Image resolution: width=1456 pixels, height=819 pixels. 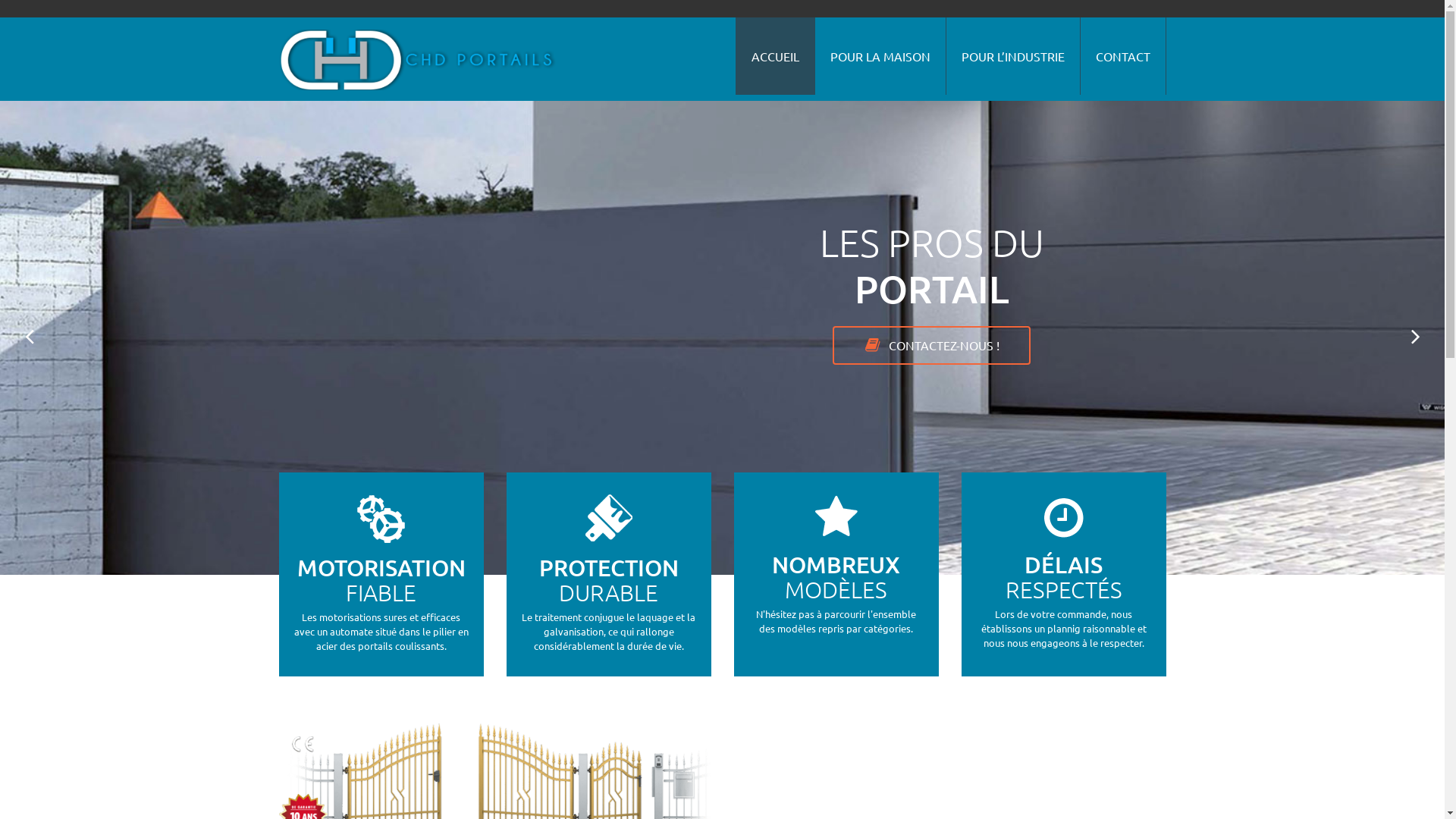 I want to click on 'CONTACT', so click(x=1122, y=55).